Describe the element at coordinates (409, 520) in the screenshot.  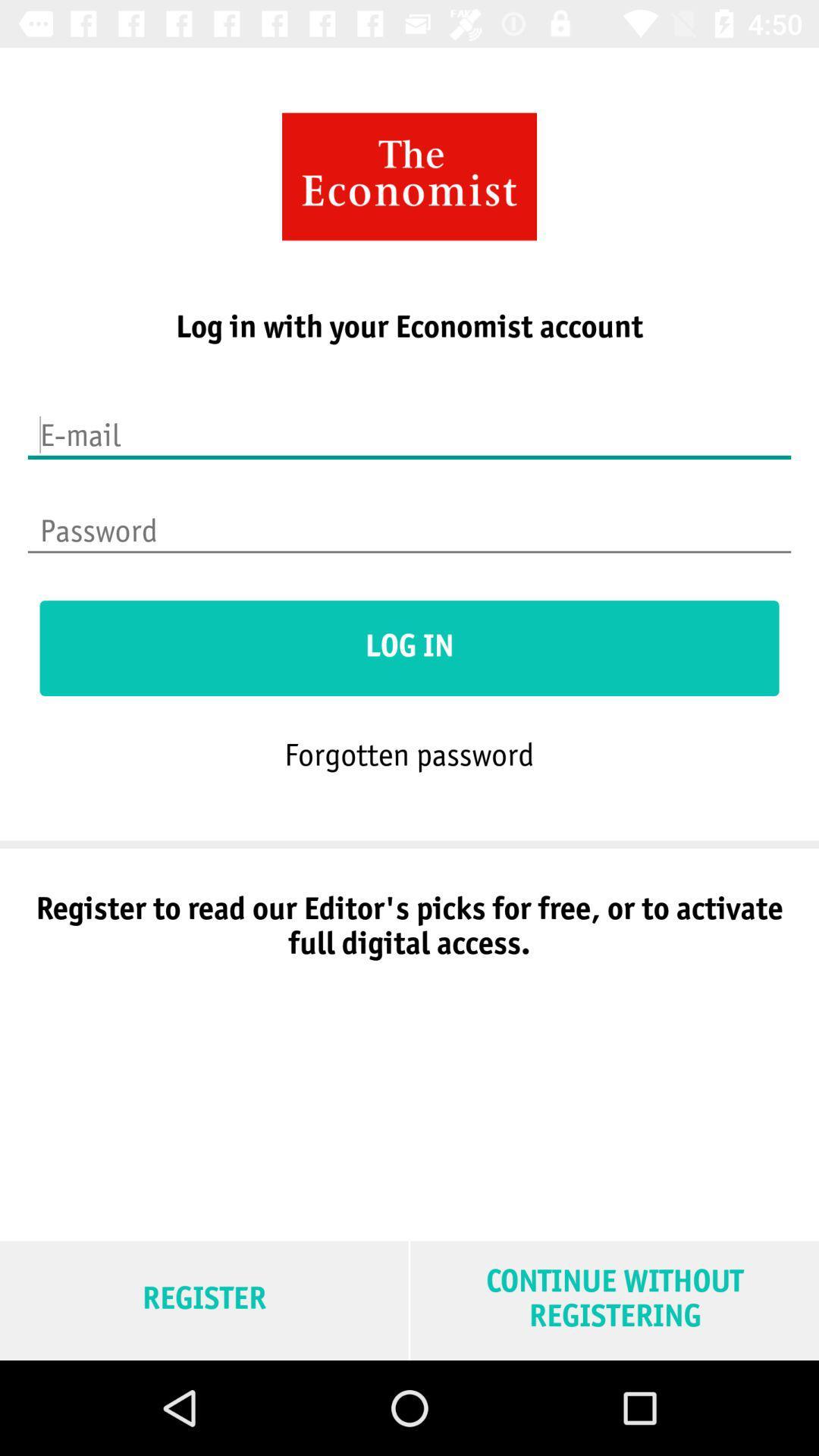
I see `password` at that location.